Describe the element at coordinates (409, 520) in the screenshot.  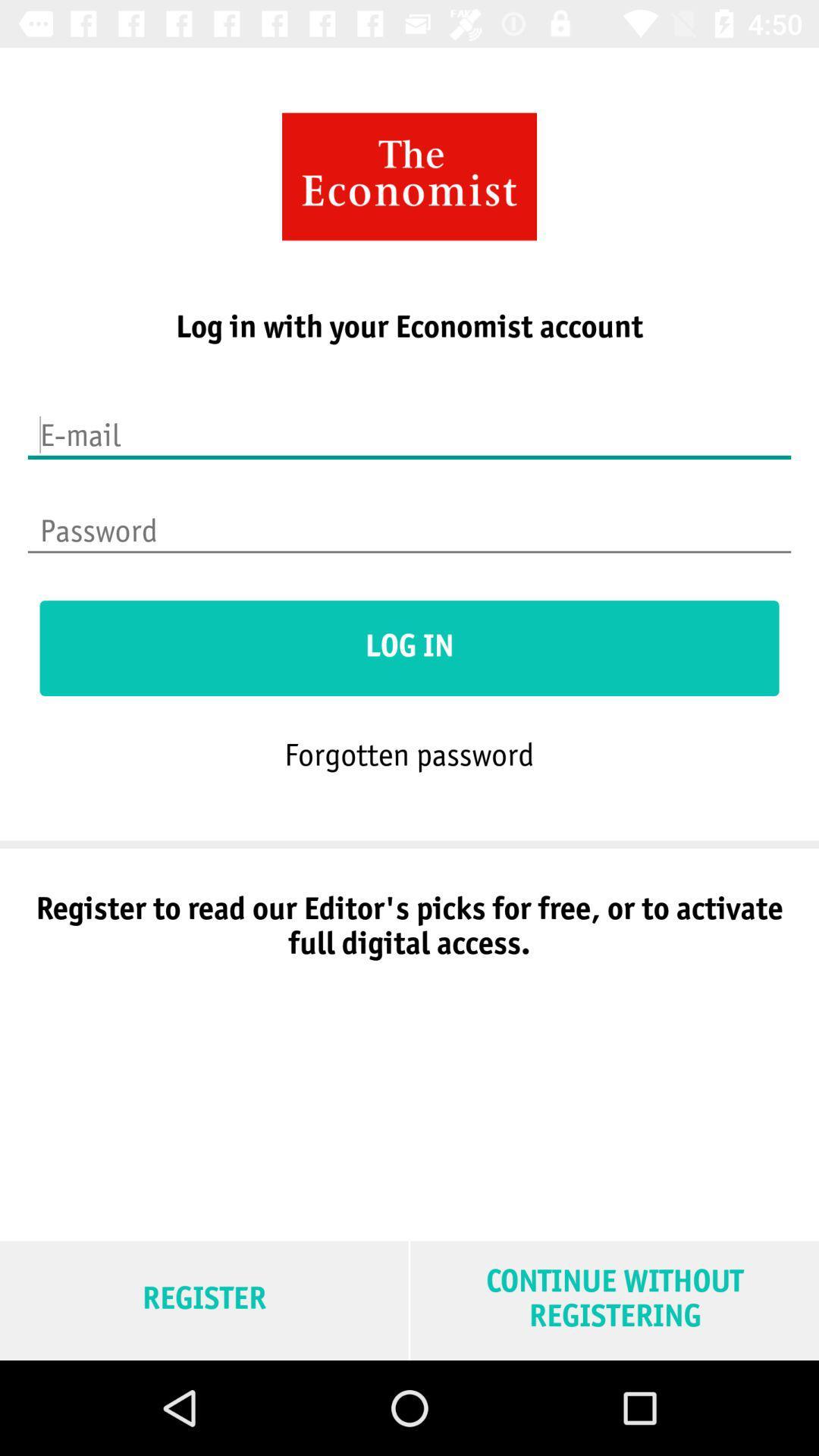
I see `password` at that location.